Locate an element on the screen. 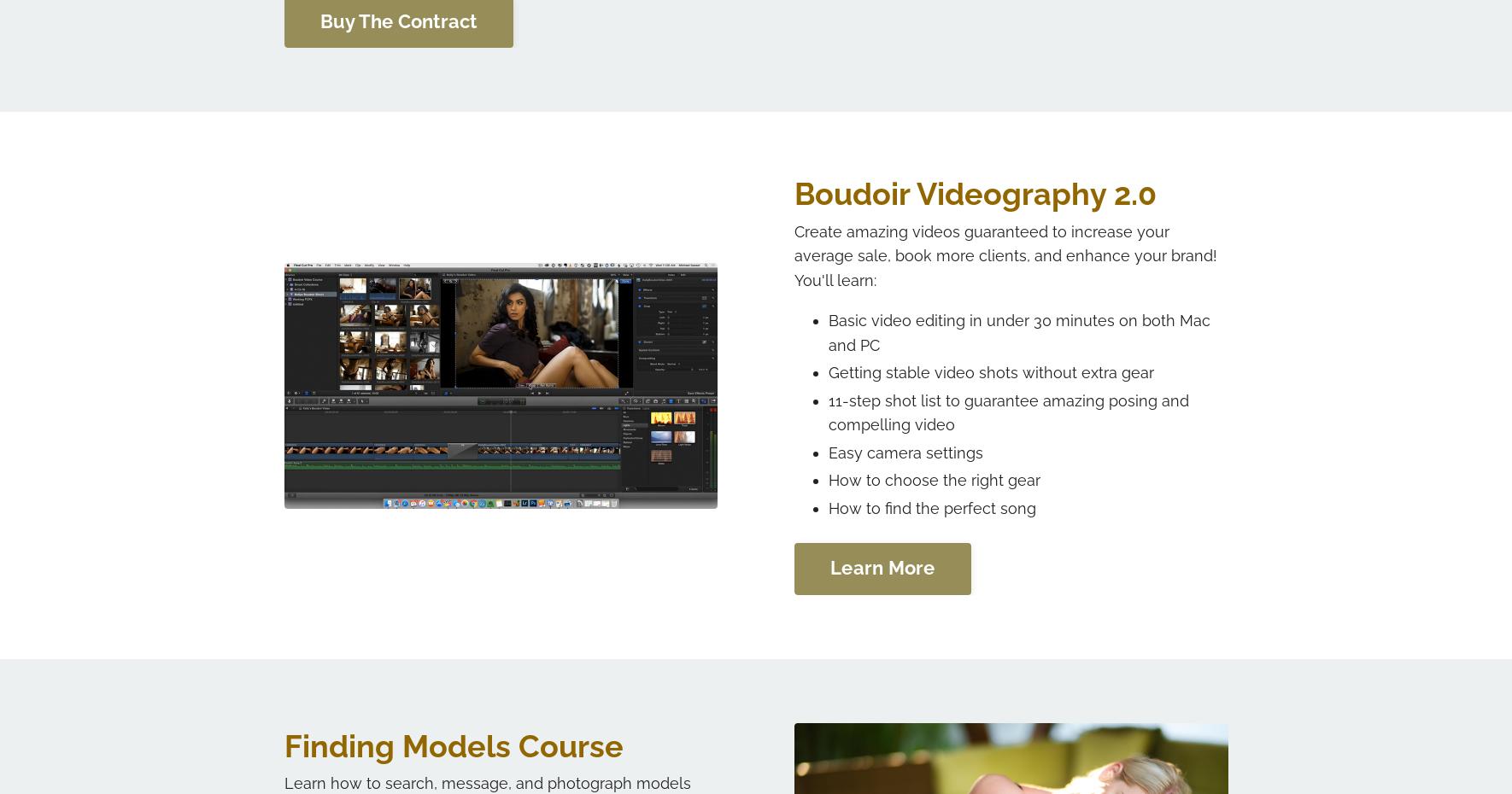 This screenshot has width=1512, height=794. '11-step shot list to guarantee amazing posing and compelling video' is located at coordinates (1008, 412).